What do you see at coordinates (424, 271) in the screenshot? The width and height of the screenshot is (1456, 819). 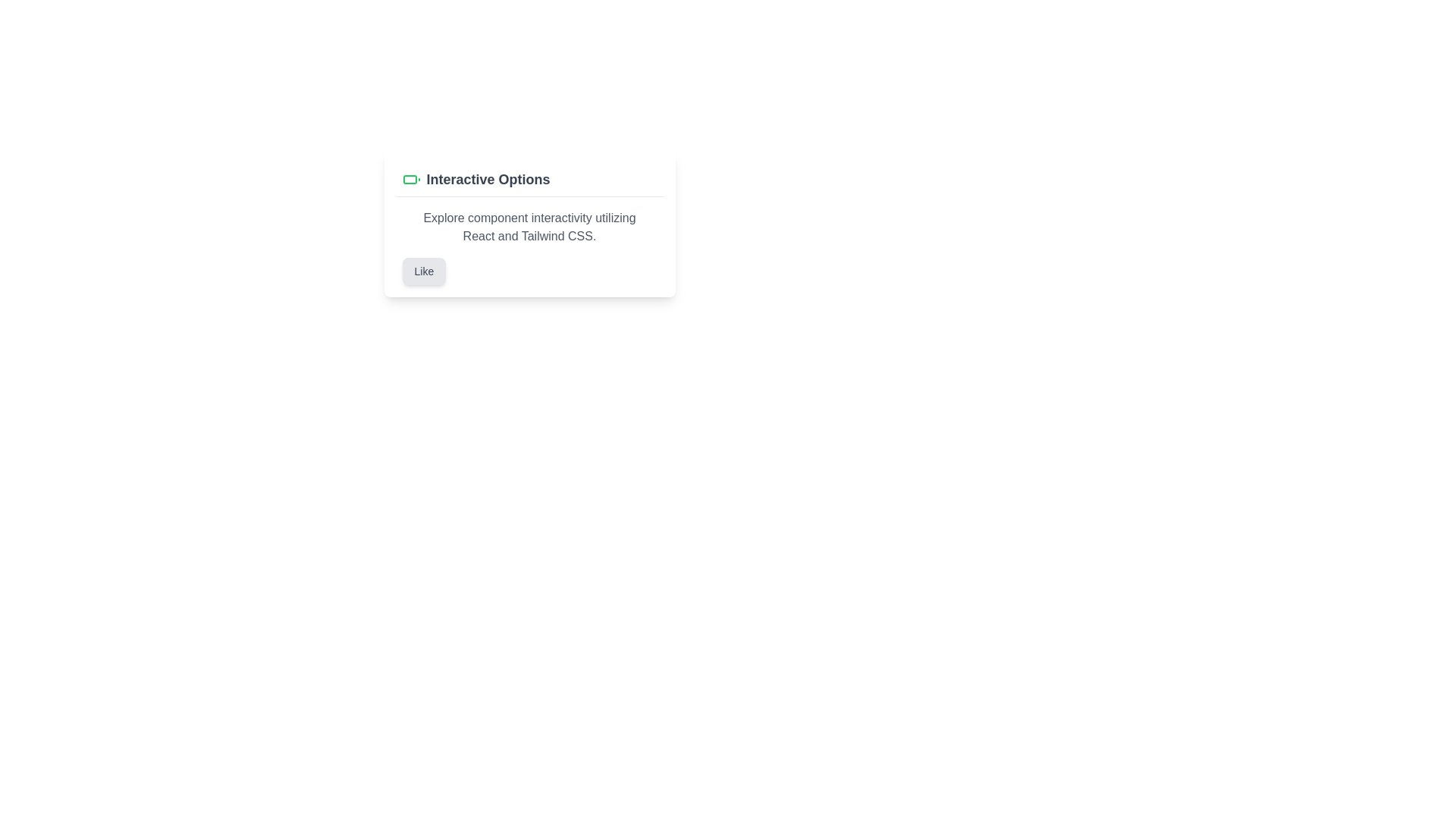 I see `the 'Like' button, which is a rectangular button with rounded corners and a soft gray background` at bounding box center [424, 271].